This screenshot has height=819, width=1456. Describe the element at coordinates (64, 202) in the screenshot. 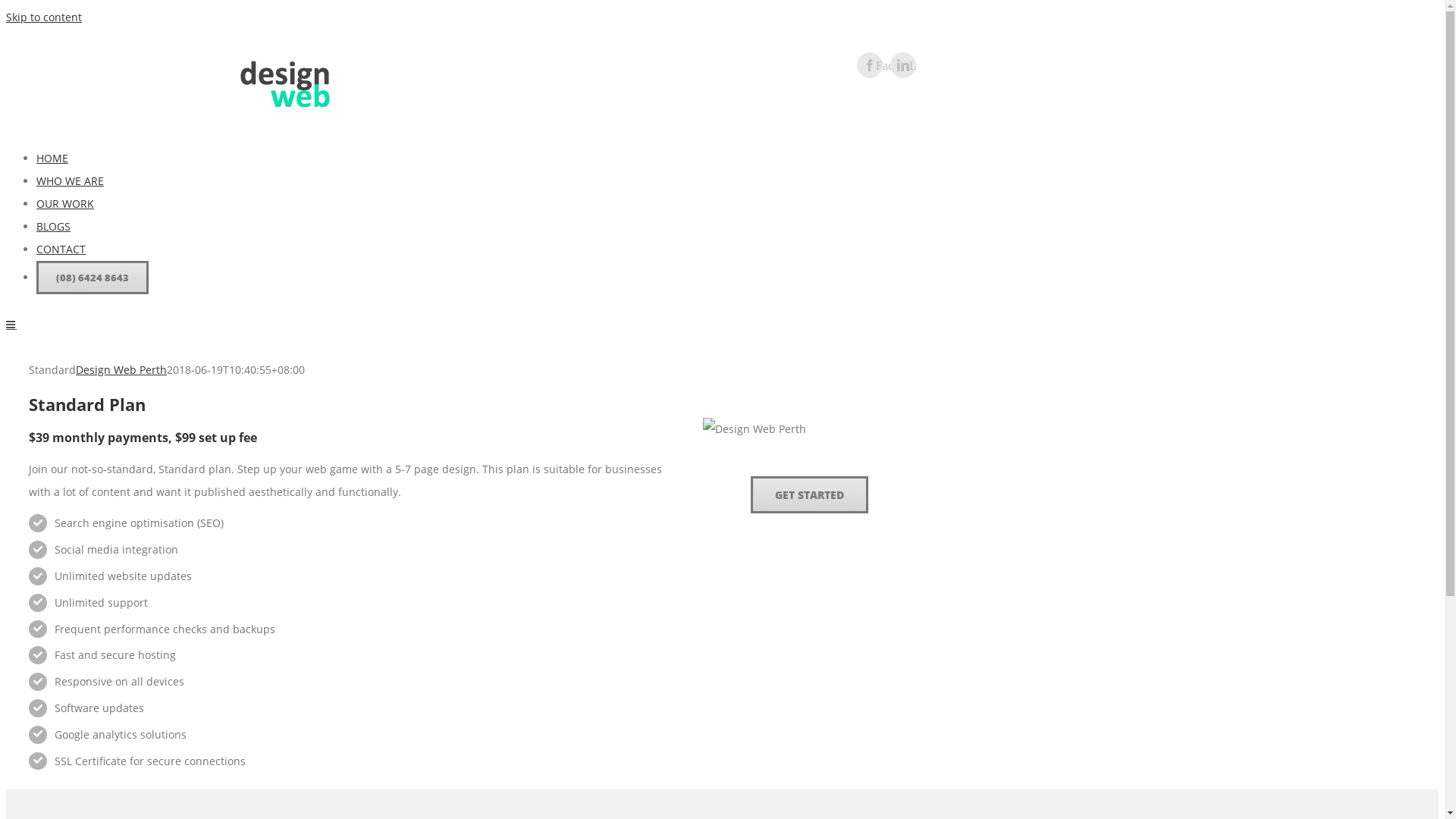

I see `'OUR WORK'` at that location.